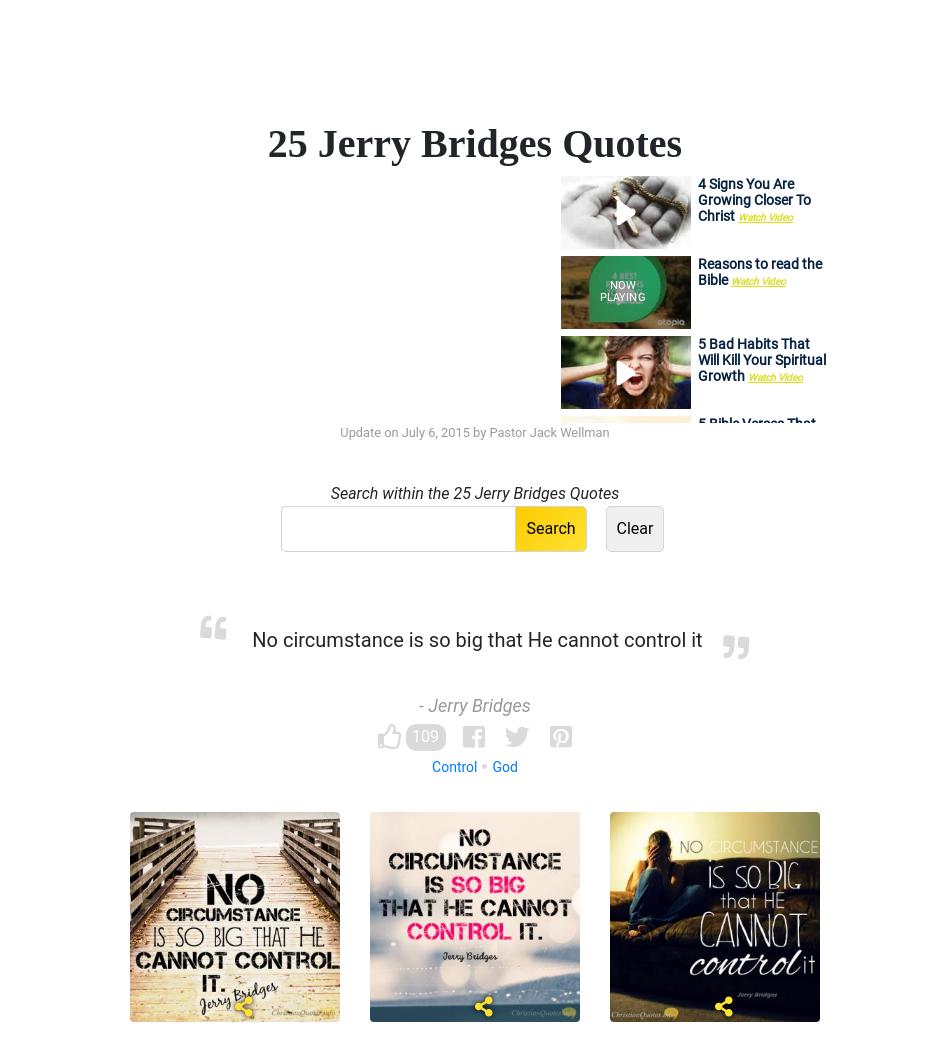  Describe the element at coordinates (416, 71) in the screenshot. I see `'Daily Quote'` at that location.